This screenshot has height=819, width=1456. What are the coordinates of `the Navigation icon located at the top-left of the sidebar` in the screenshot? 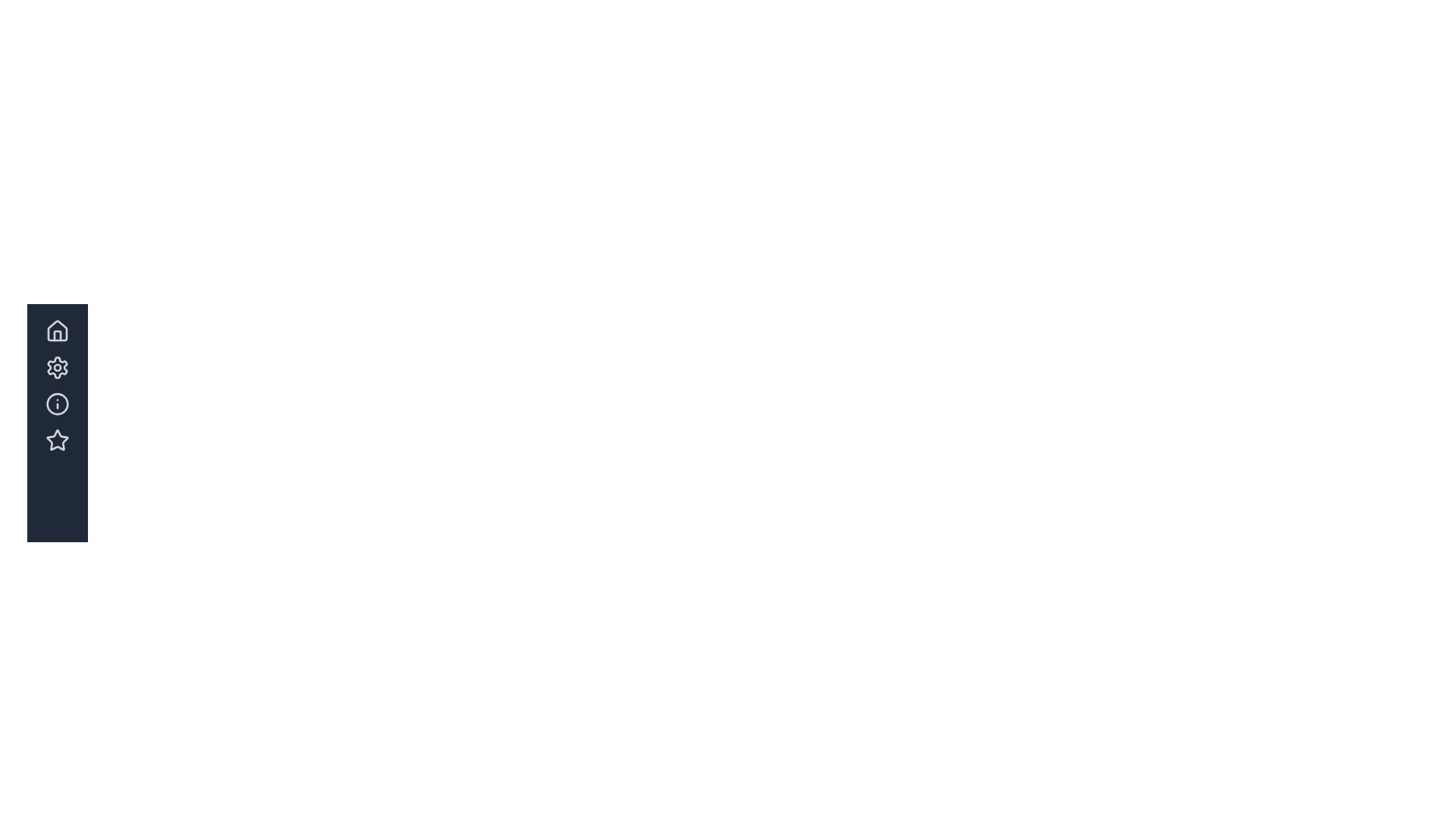 It's located at (58, 330).